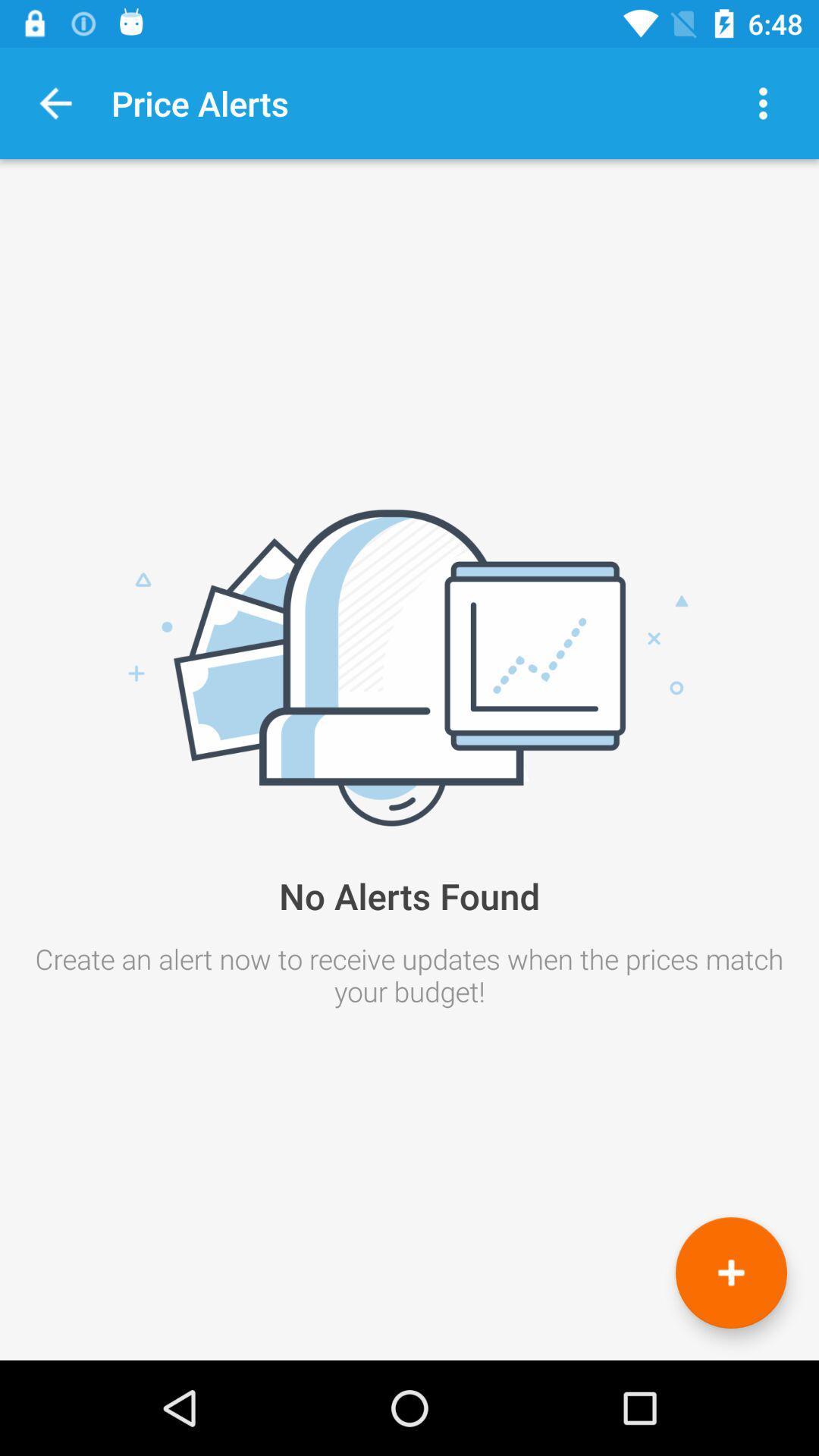 The height and width of the screenshot is (1456, 819). Describe the element at coordinates (730, 1272) in the screenshot. I see `the add icon` at that location.